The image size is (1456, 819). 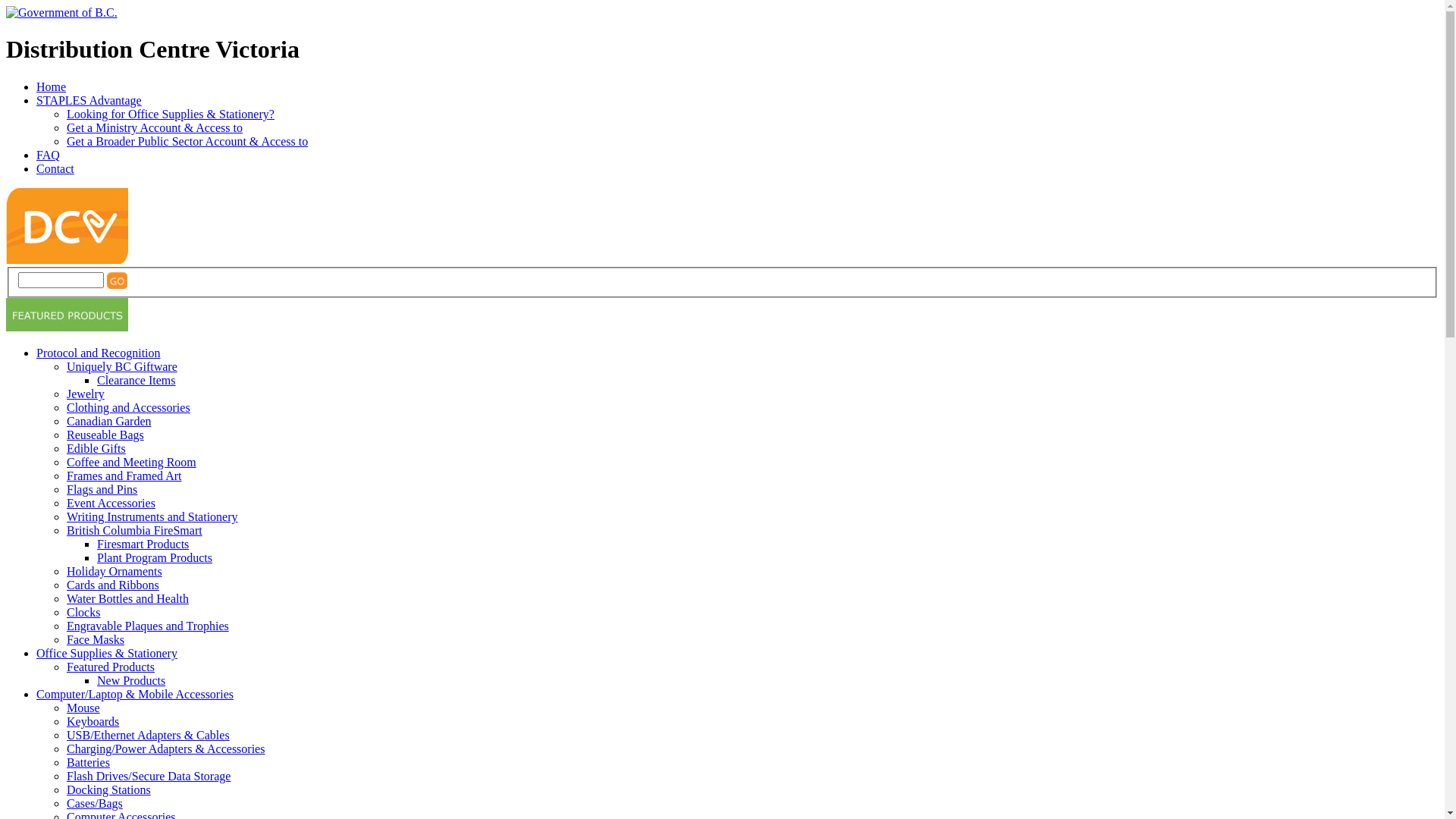 What do you see at coordinates (95, 447) in the screenshot?
I see `'Edible Gifts'` at bounding box center [95, 447].